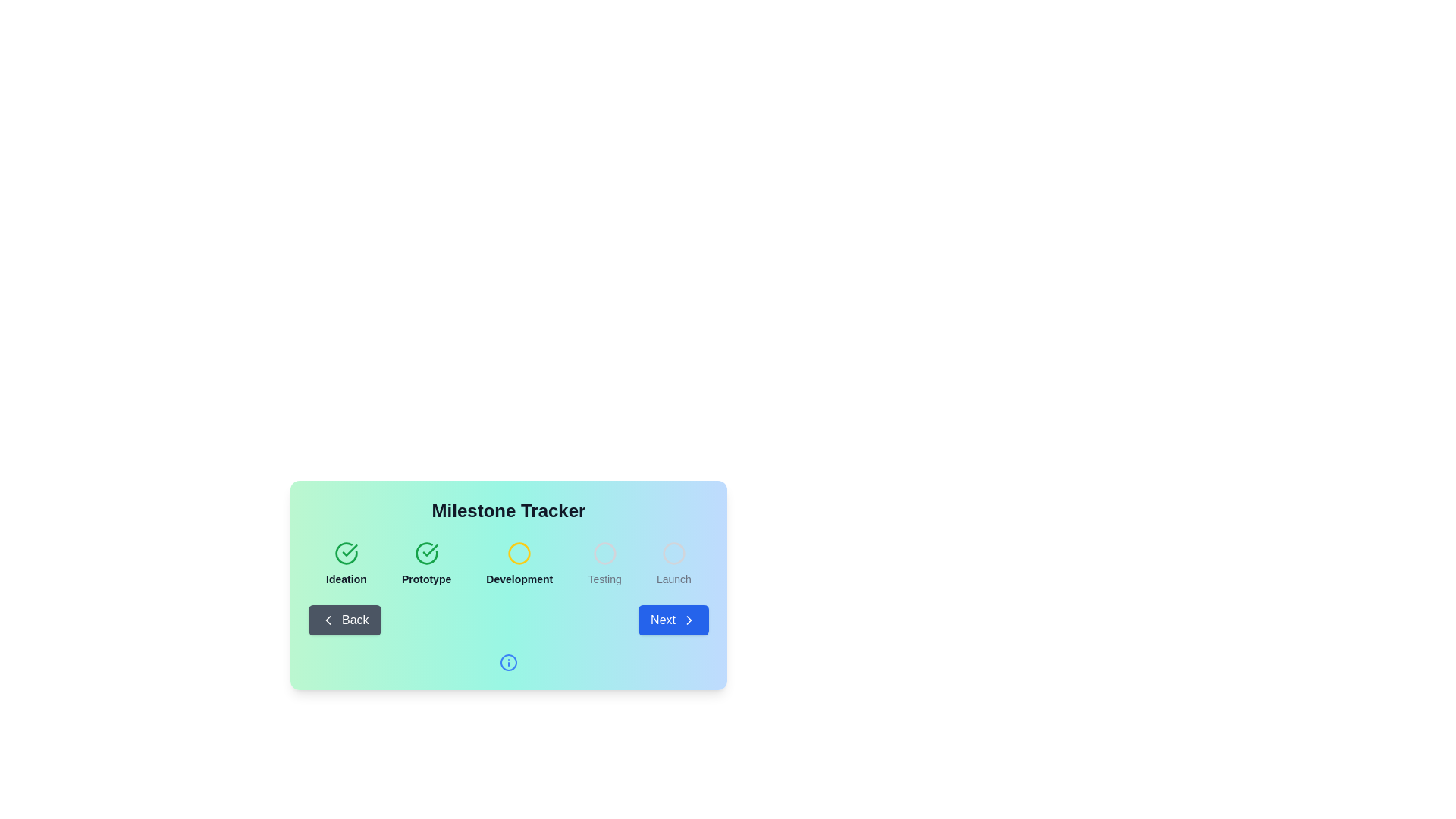 The width and height of the screenshot is (1456, 819). What do you see at coordinates (673, 579) in the screenshot?
I see `the 'Launch' milestone label, which is the last in the sequence of milestone indicators, positioned directly underneath its corresponding icon` at bounding box center [673, 579].